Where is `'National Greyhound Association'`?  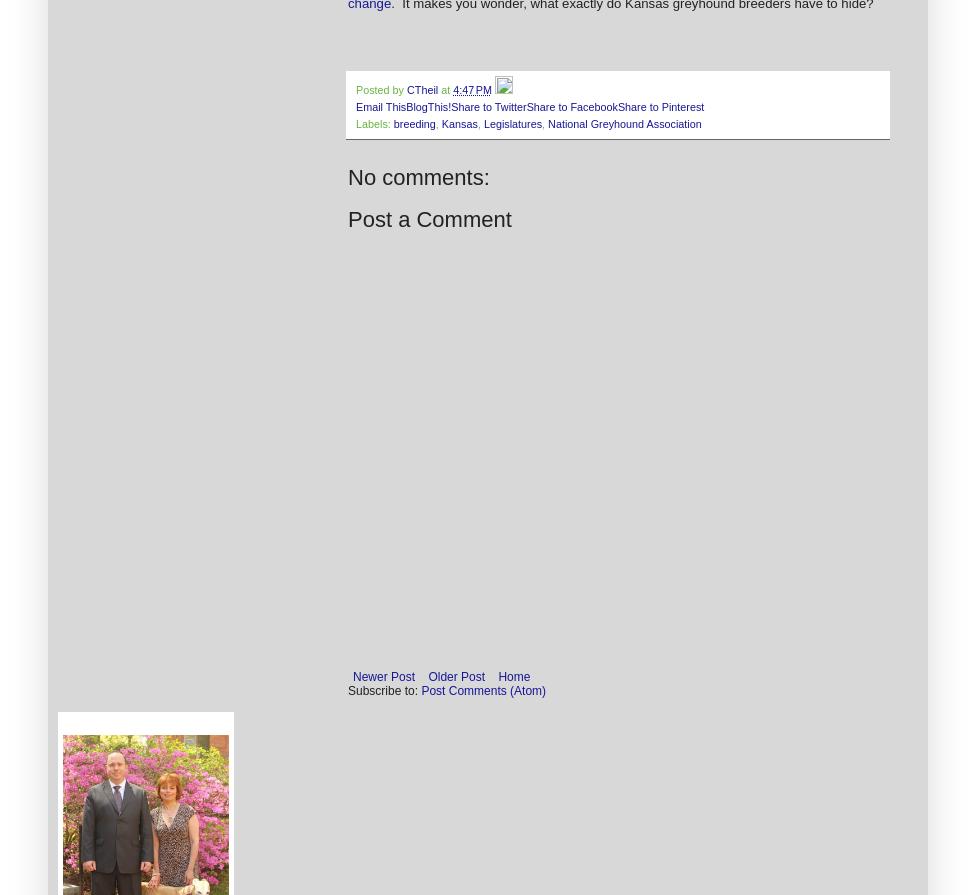
'National Greyhound Association' is located at coordinates (623, 123).